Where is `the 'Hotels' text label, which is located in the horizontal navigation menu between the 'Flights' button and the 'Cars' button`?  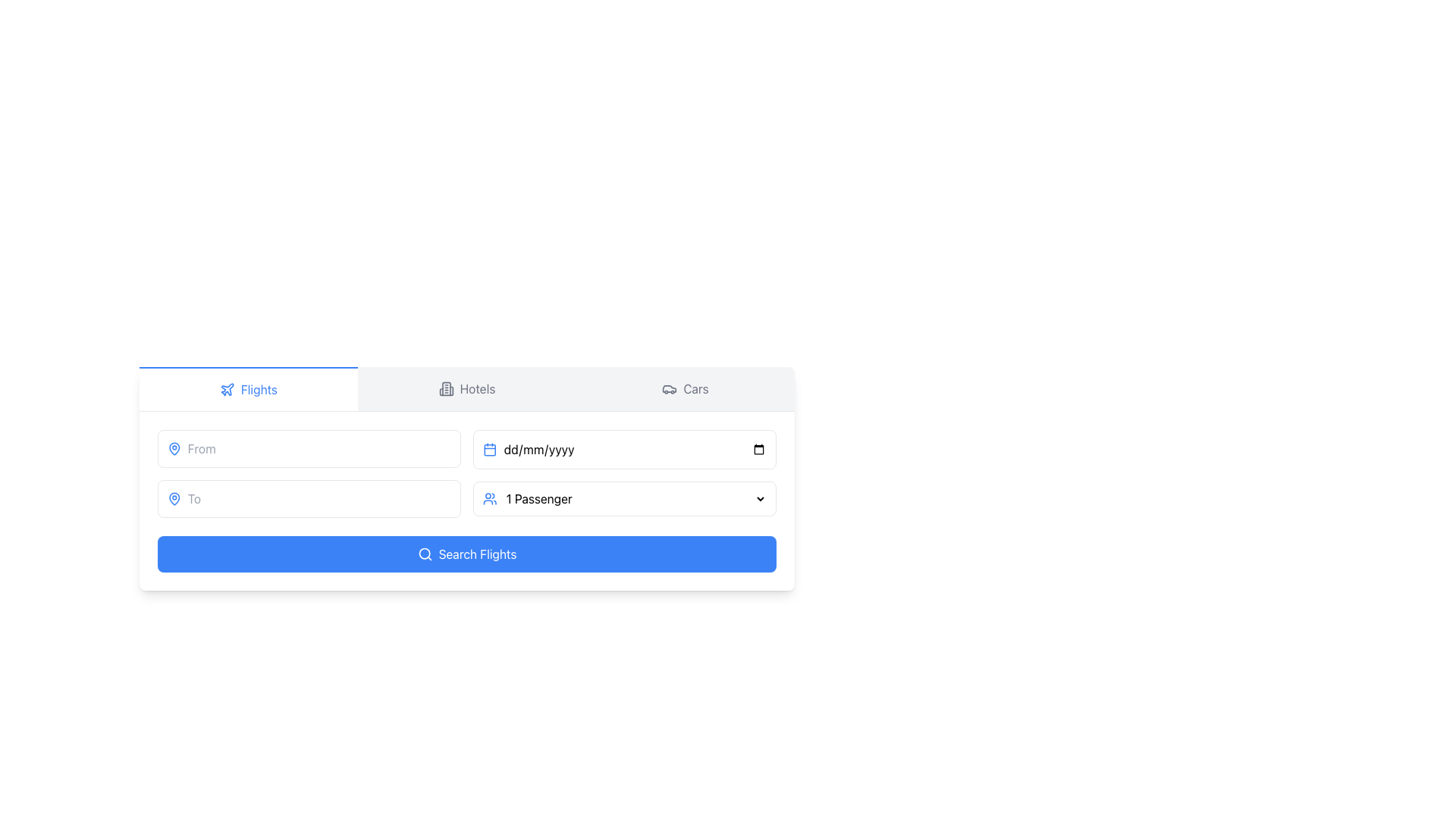 the 'Hotels' text label, which is located in the horizontal navigation menu between the 'Flights' button and the 'Cars' button is located at coordinates (476, 388).